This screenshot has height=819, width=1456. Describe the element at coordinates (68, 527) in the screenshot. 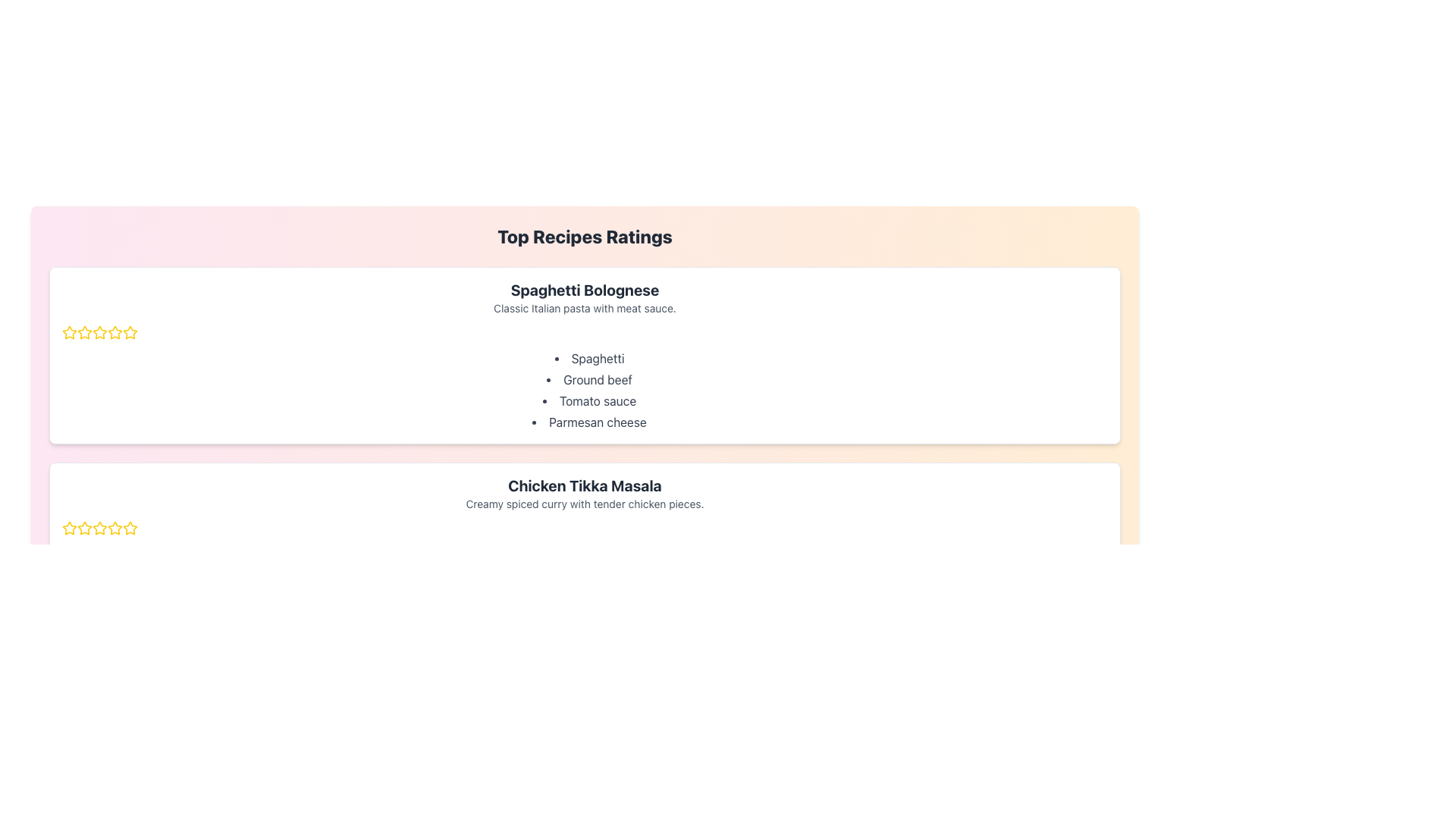

I see `the first star icon outlined in yellow with a white fill, which represents the rating for the 'Chicken Tikka Masala' recipe` at that location.